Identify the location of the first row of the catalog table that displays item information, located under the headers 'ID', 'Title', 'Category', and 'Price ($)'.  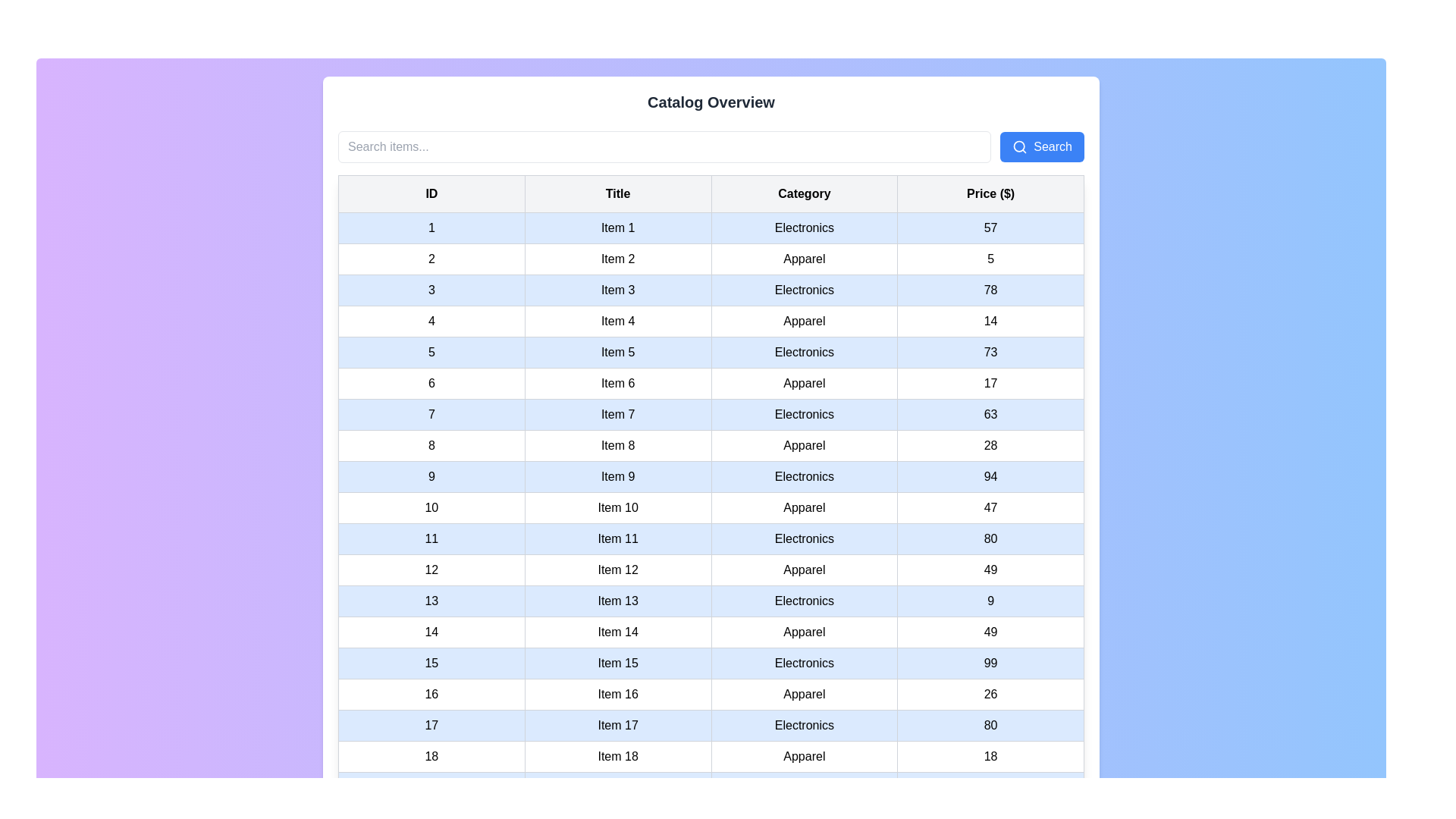
(710, 227).